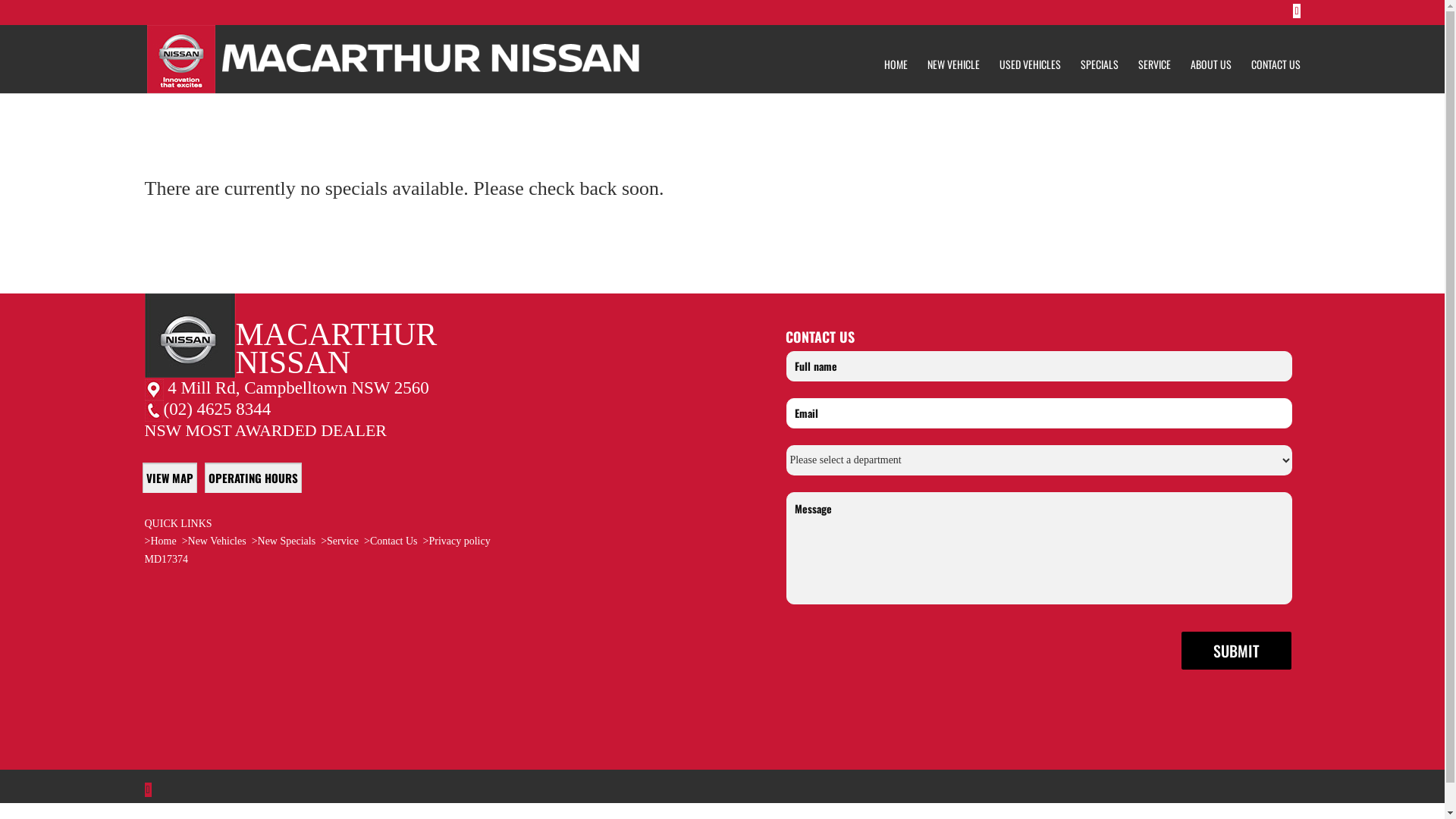 The height and width of the screenshot is (819, 1456). Describe the element at coordinates (163, 540) in the screenshot. I see `'Home'` at that location.